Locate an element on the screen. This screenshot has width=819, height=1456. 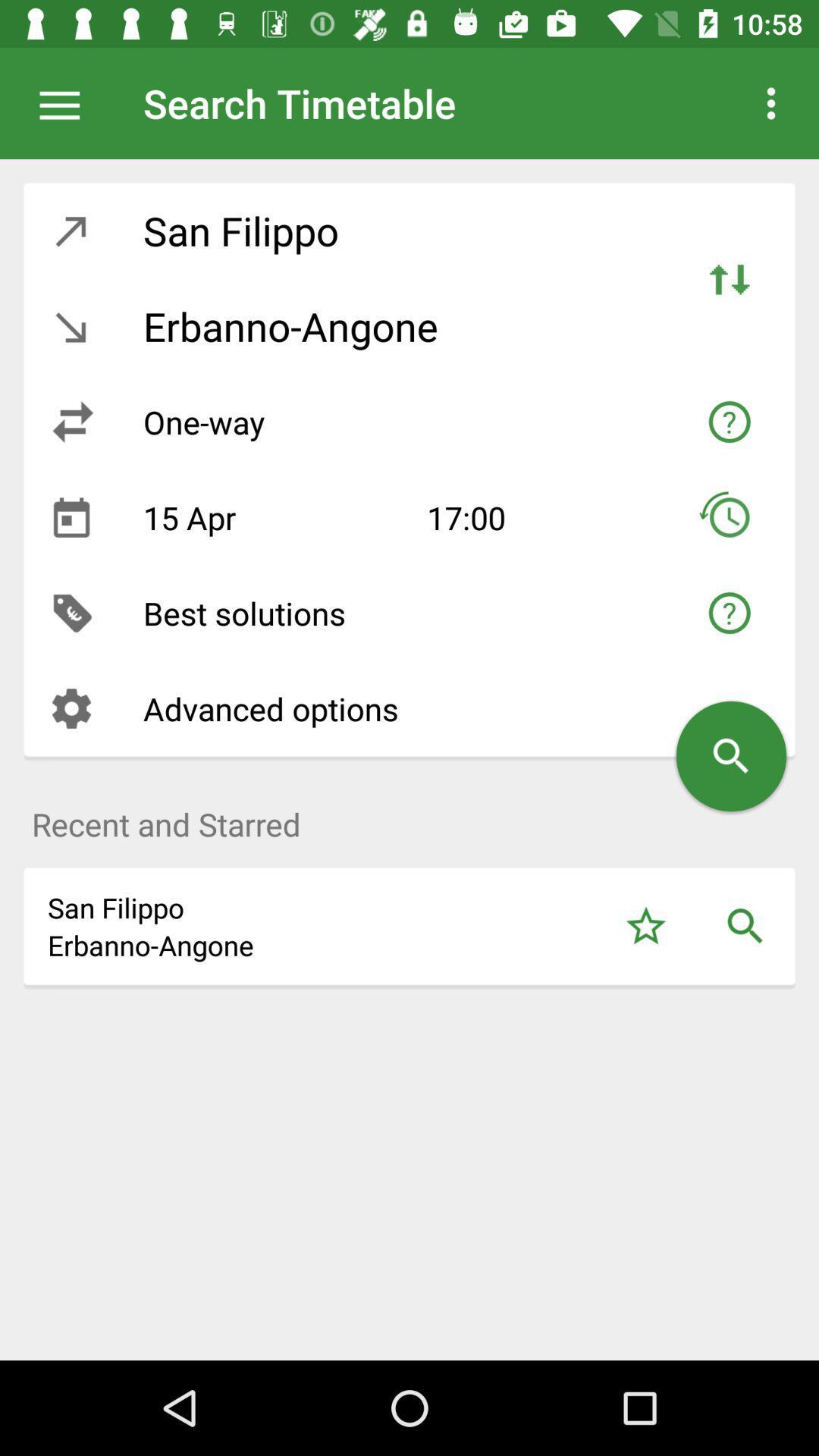
the 15 apr icon is located at coordinates (273, 517).